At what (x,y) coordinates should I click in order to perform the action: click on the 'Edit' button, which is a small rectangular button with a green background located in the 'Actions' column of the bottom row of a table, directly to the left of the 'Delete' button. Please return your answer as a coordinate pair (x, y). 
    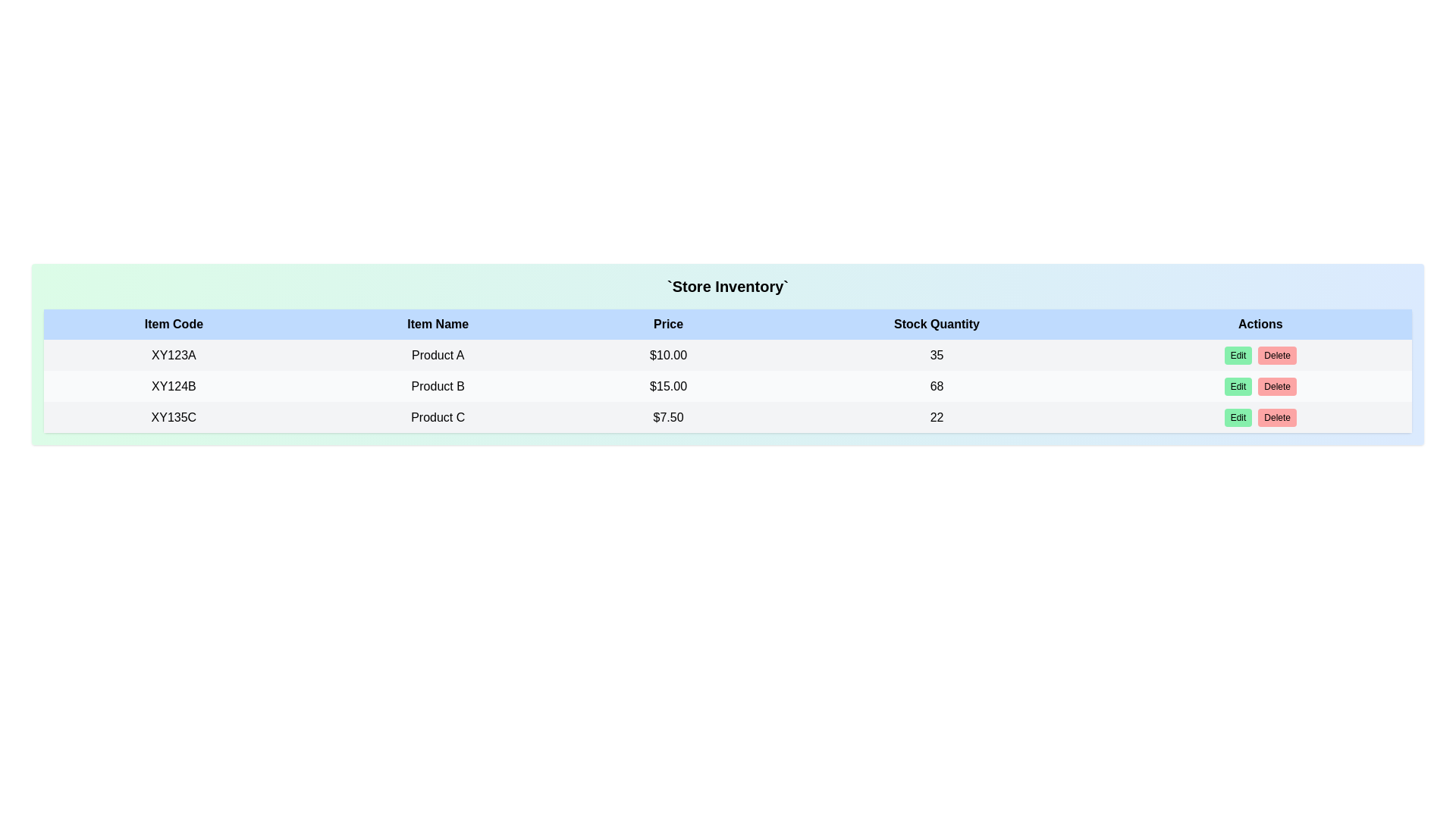
    Looking at the image, I should click on (1238, 418).